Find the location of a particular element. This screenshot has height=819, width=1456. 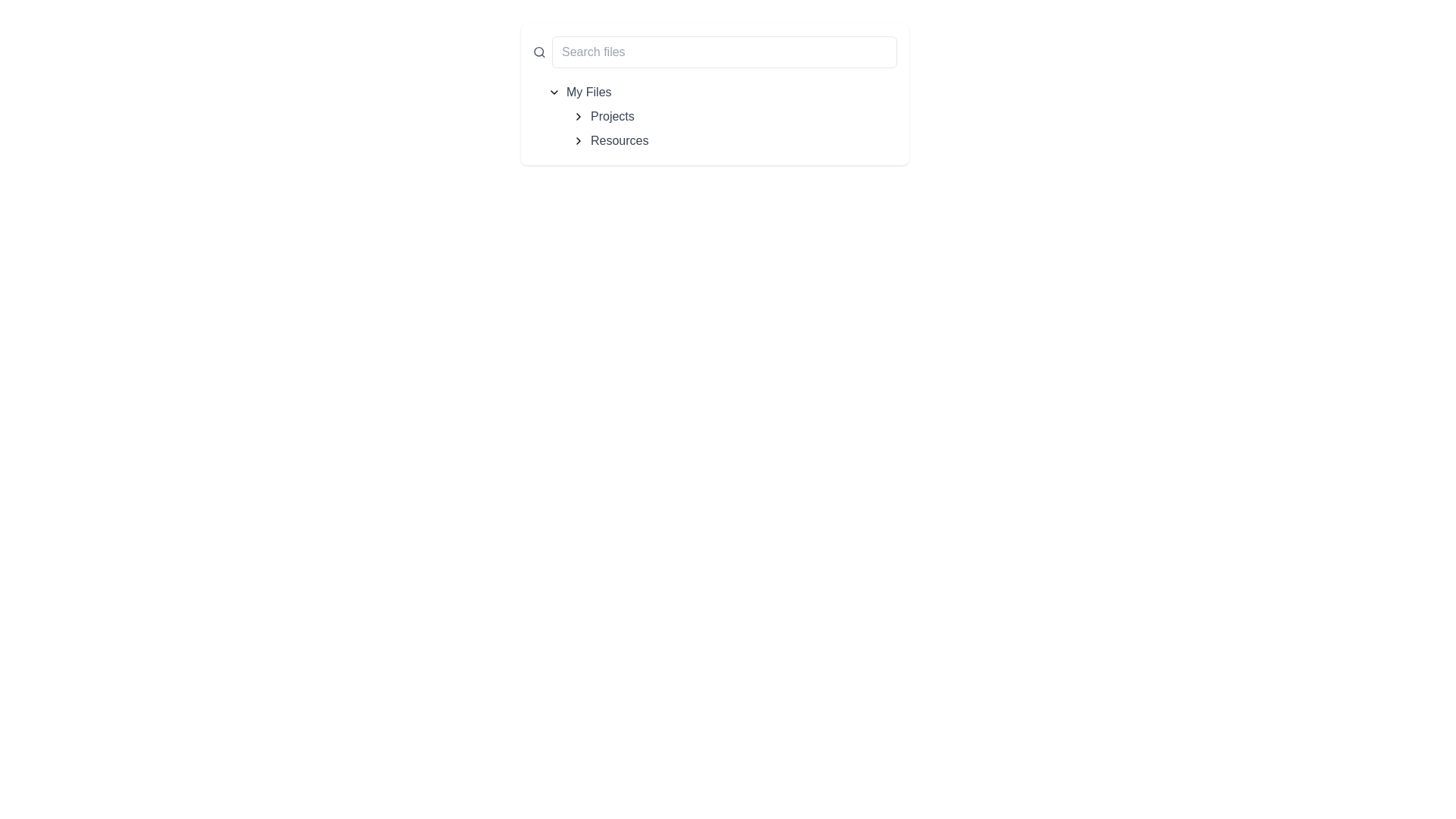

the 'Projects' label, which is the first entry in the list below the 'My Files' header is located at coordinates (612, 116).